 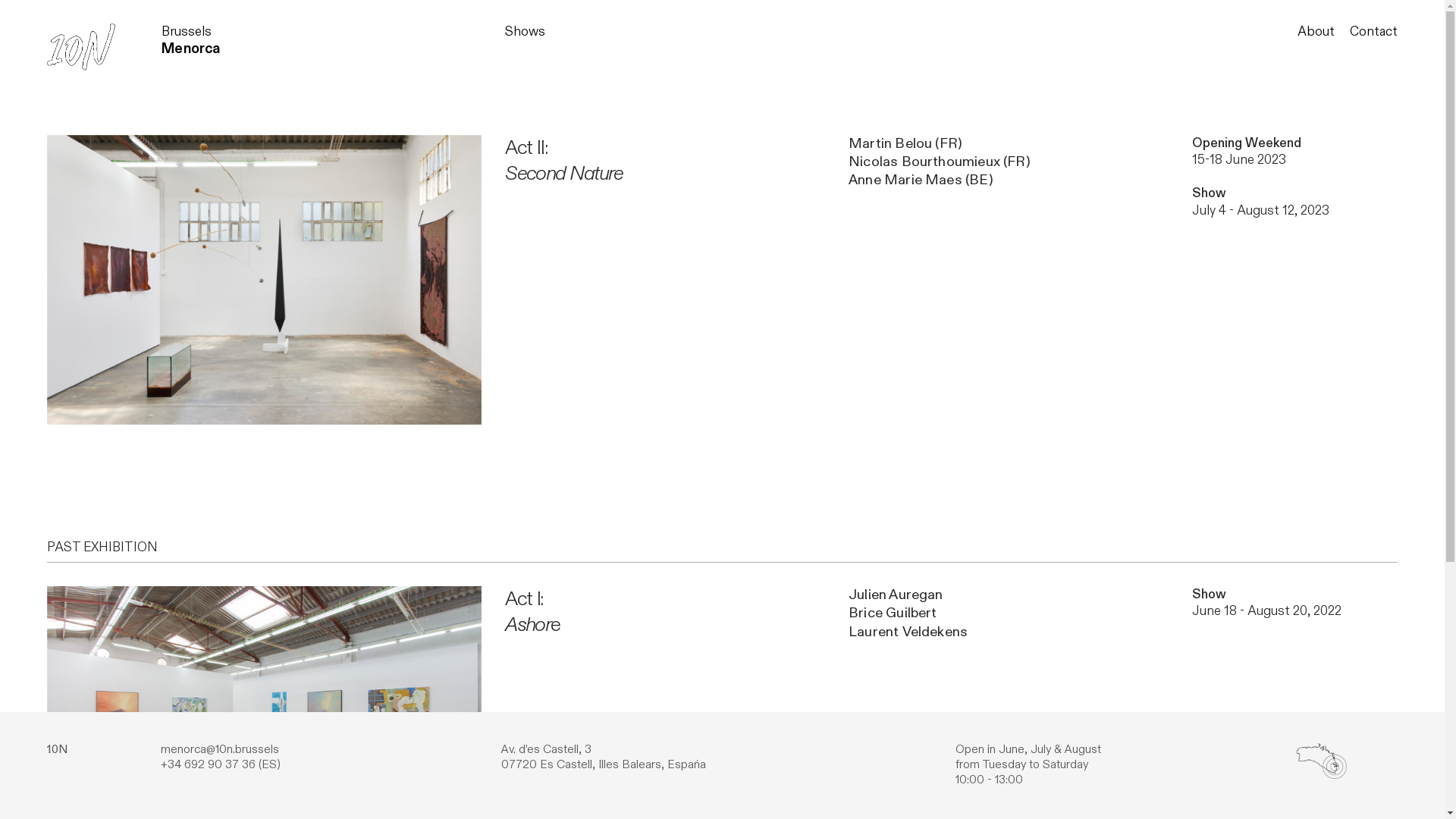 I want to click on 'menorca@10n.brussels', so click(x=218, y=748).